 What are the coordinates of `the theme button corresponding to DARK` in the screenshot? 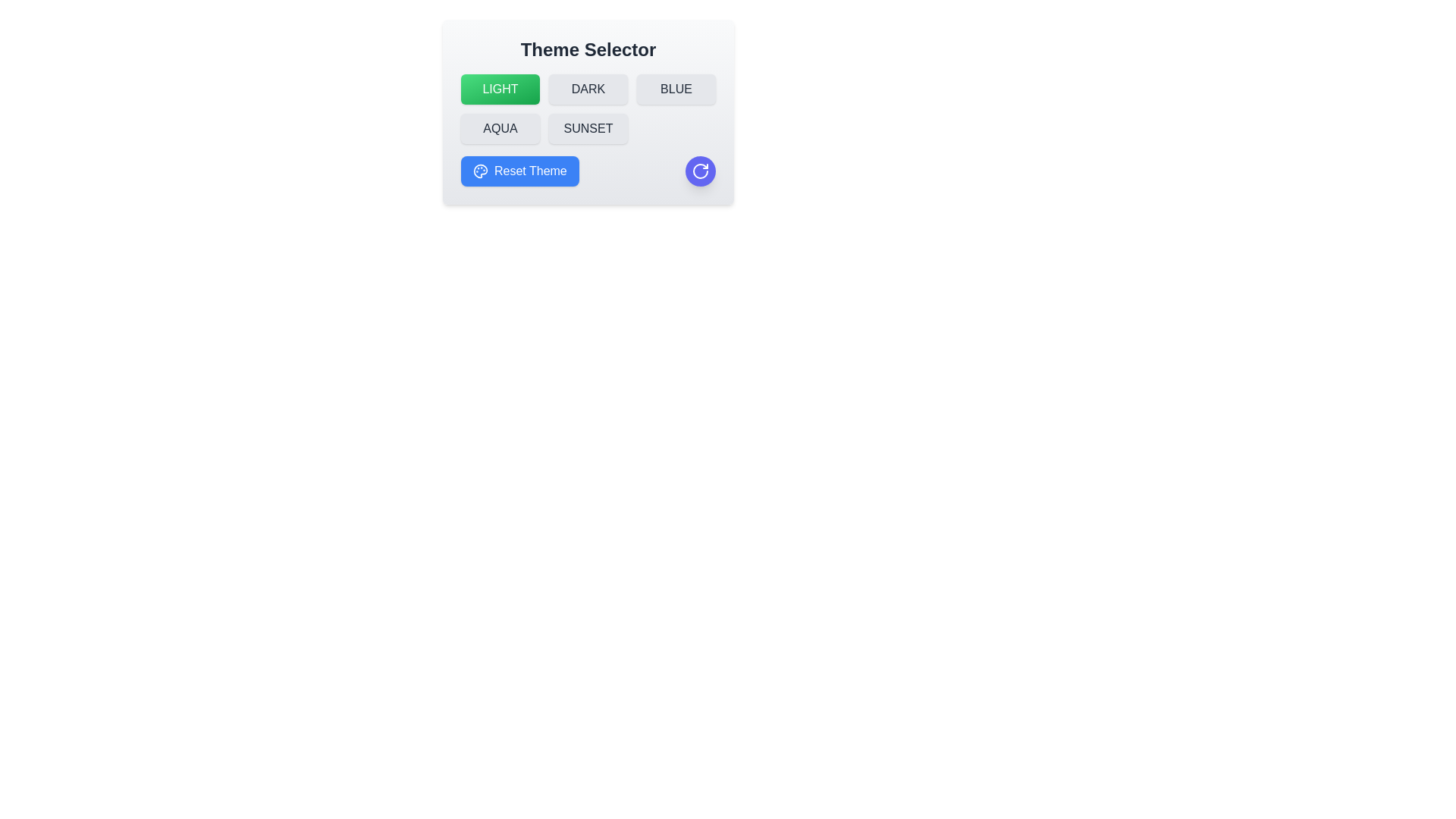 It's located at (588, 89).